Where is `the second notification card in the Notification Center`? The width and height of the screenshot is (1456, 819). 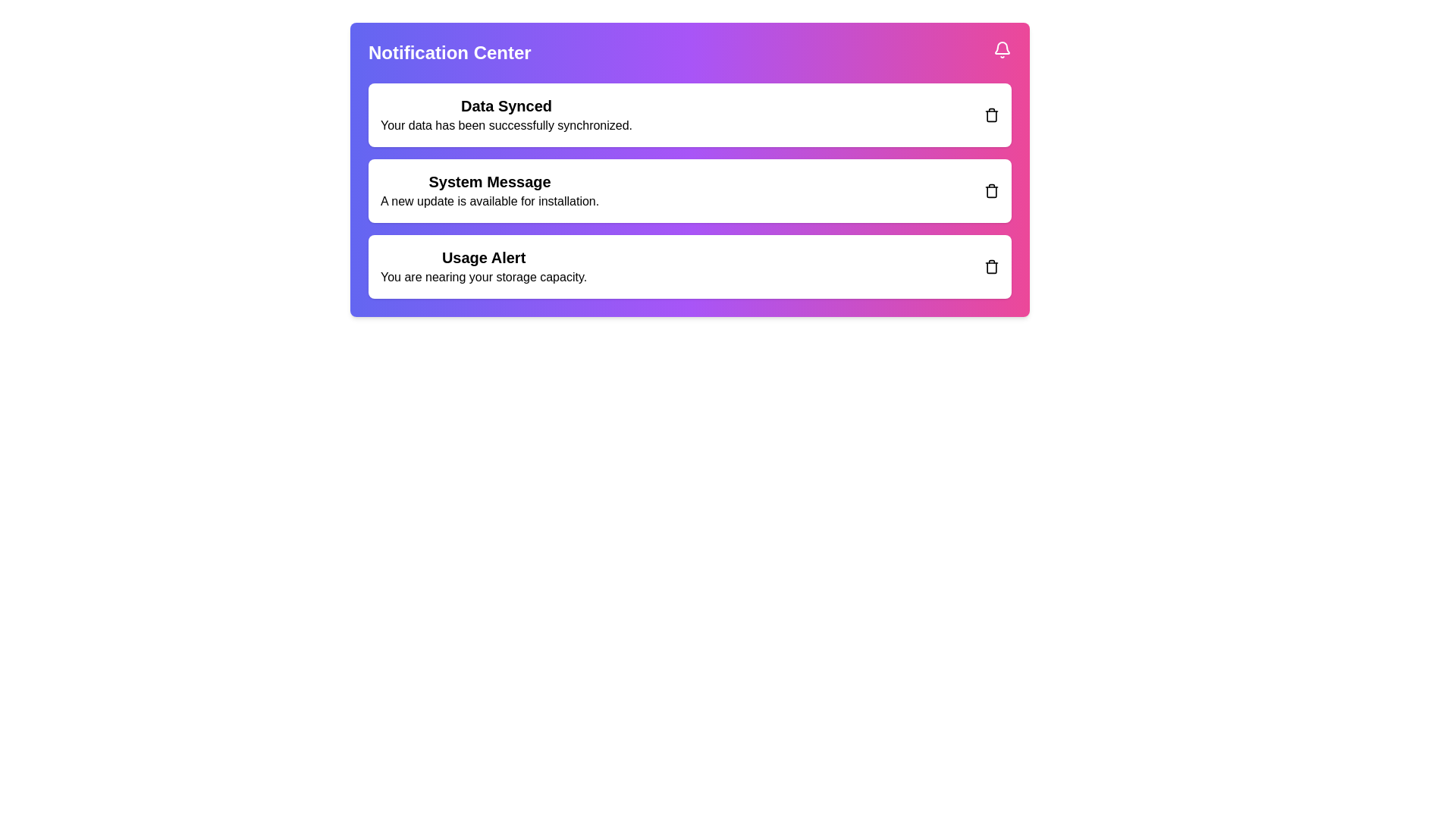
the second notification card in the Notification Center is located at coordinates (689, 190).